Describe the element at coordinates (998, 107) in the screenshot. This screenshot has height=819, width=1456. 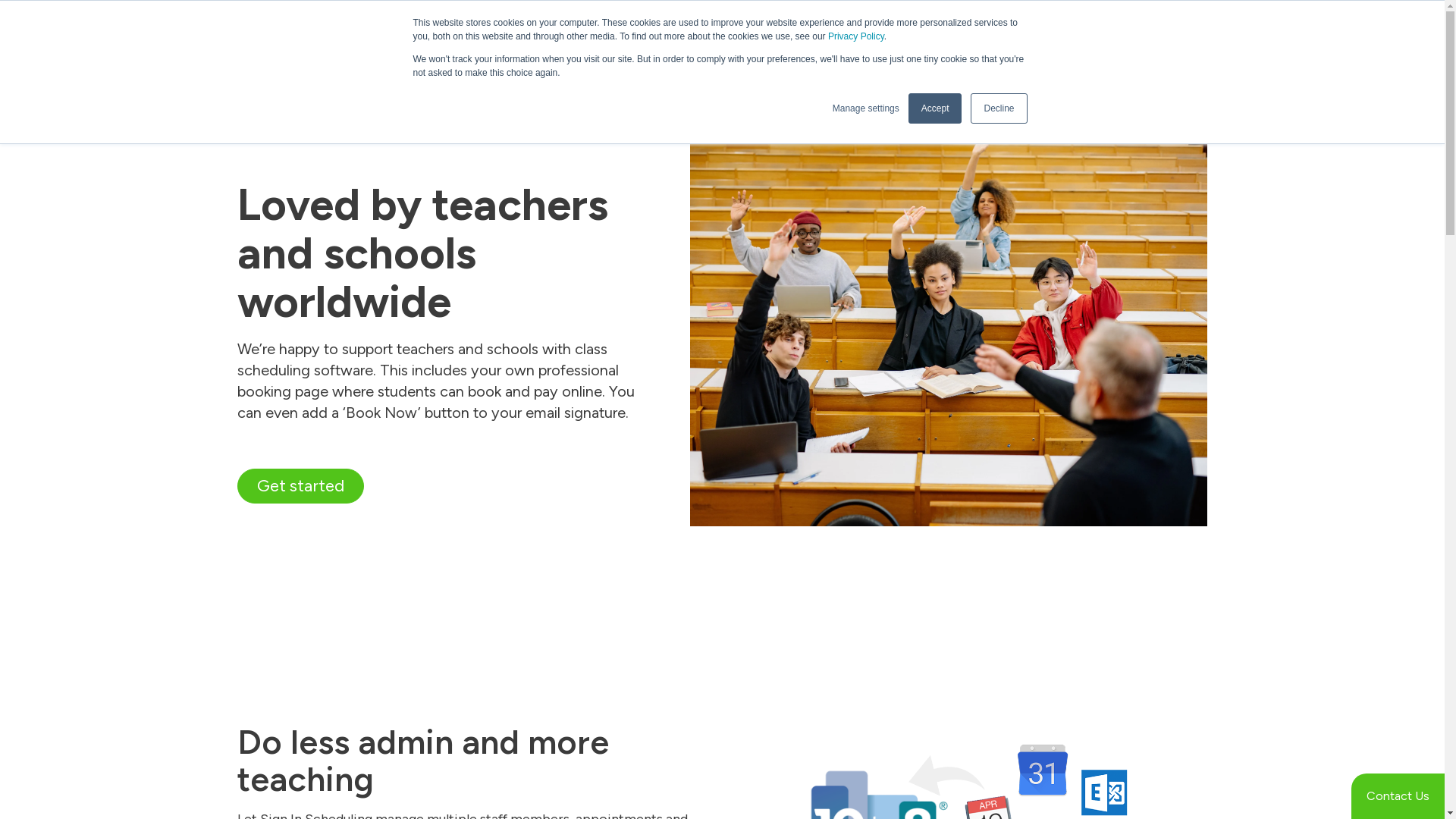
I see `'Decline'` at that location.